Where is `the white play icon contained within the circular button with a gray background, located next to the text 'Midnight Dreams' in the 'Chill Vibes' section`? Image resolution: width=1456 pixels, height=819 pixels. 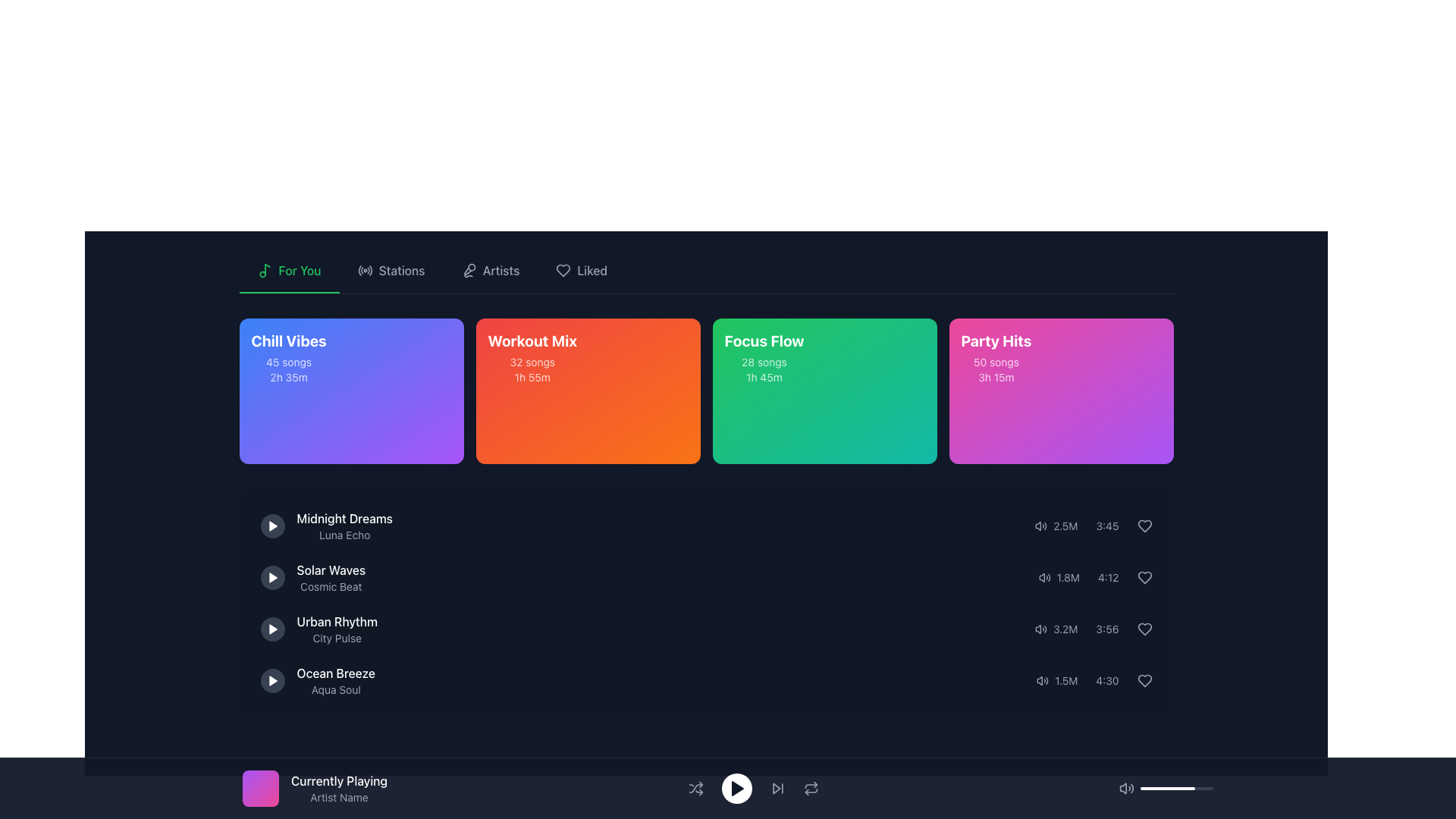 the white play icon contained within the circular button with a gray background, located next to the text 'Midnight Dreams' in the 'Chill Vibes' section is located at coordinates (272, 526).